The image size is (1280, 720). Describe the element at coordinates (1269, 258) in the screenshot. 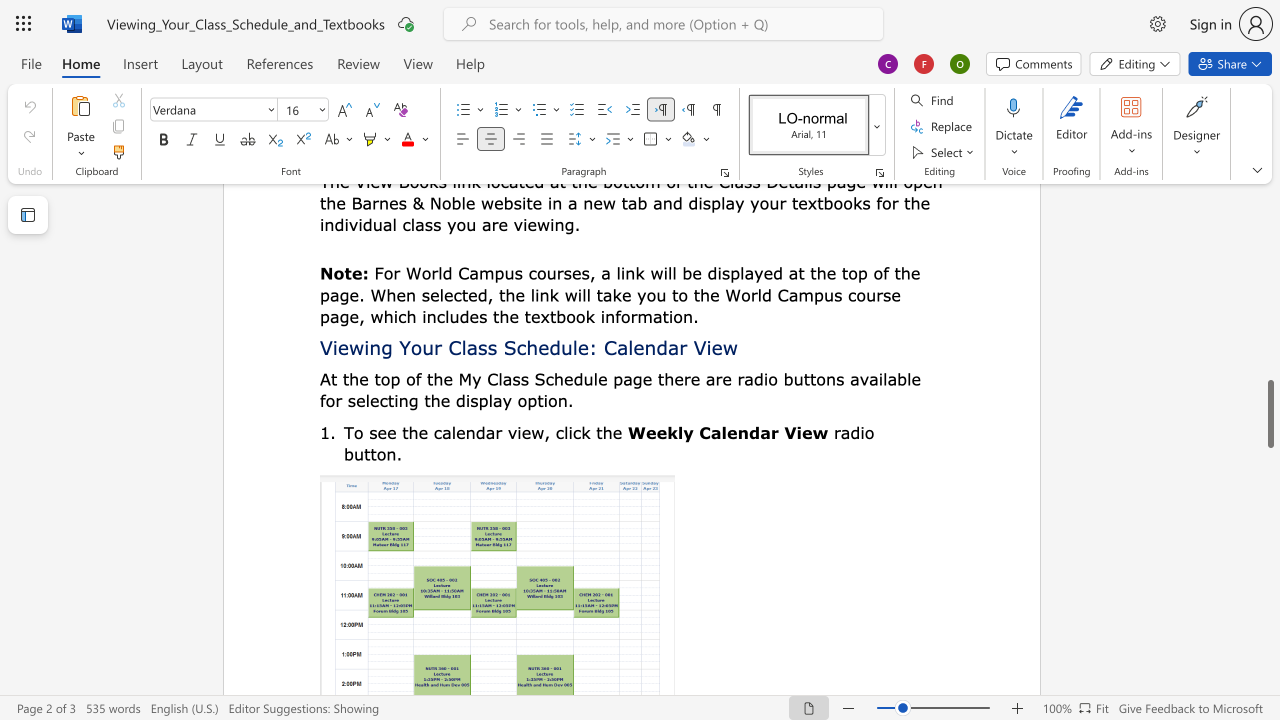

I see `the scrollbar to move the page up` at that location.